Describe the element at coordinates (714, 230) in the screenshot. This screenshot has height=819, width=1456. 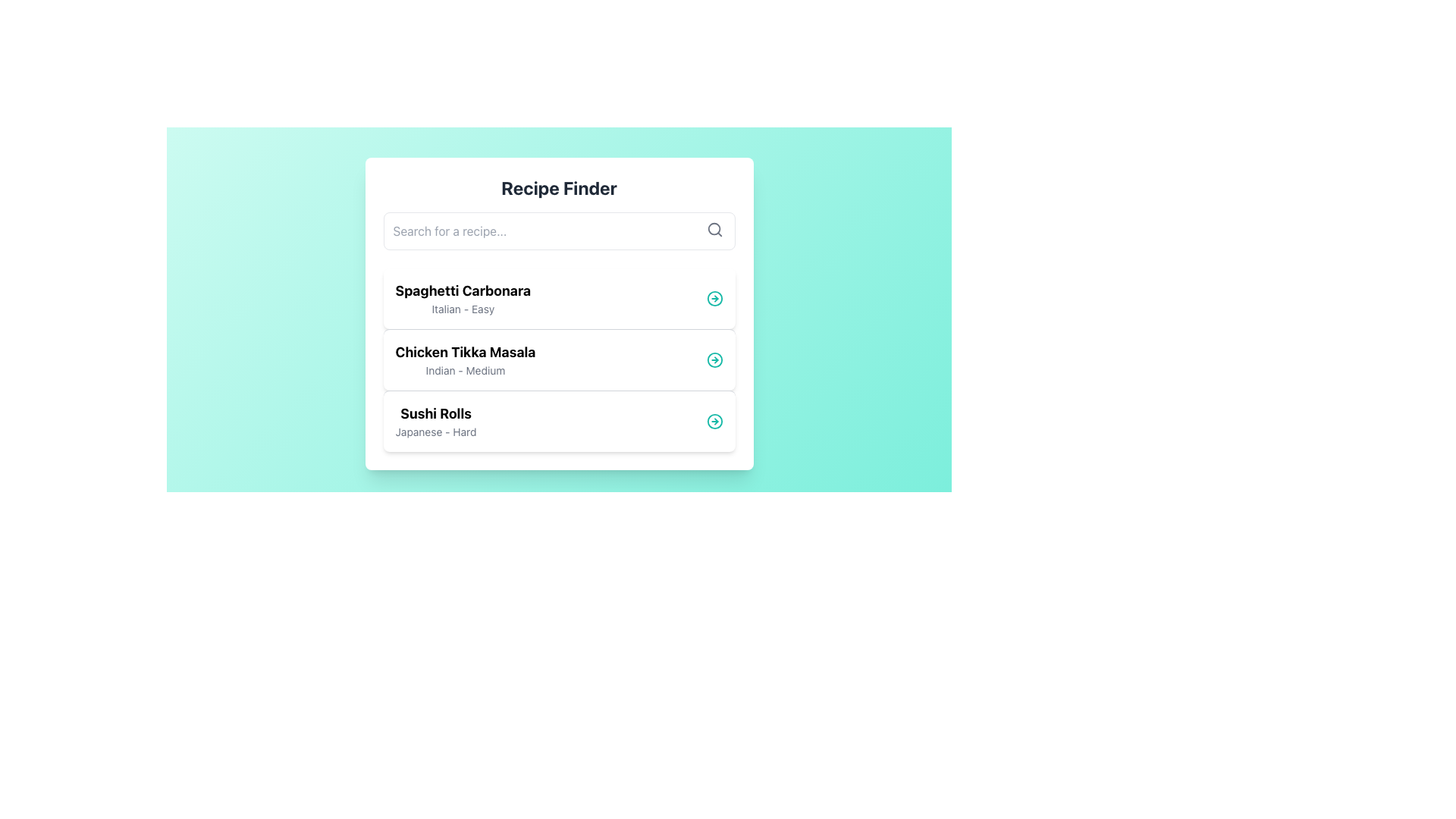
I see `the search icon located at the far-right inside the search bar in the modal interface` at that location.